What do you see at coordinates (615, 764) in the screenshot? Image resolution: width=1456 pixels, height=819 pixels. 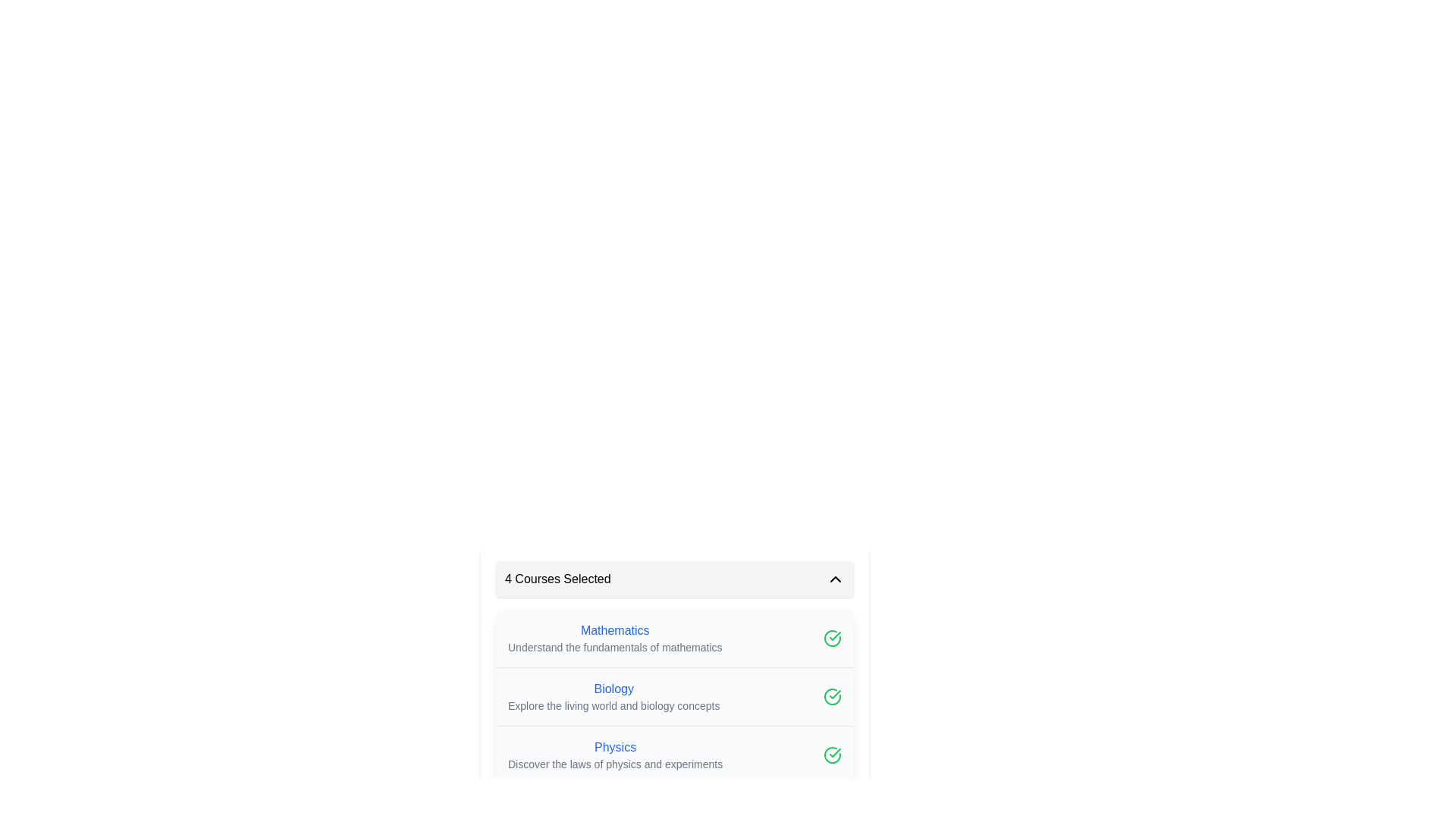 I see `the static text element that reads 'Discover the laws of physics and experiments', located directly below the 'Physics' title in the course listing` at bounding box center [615, 764].